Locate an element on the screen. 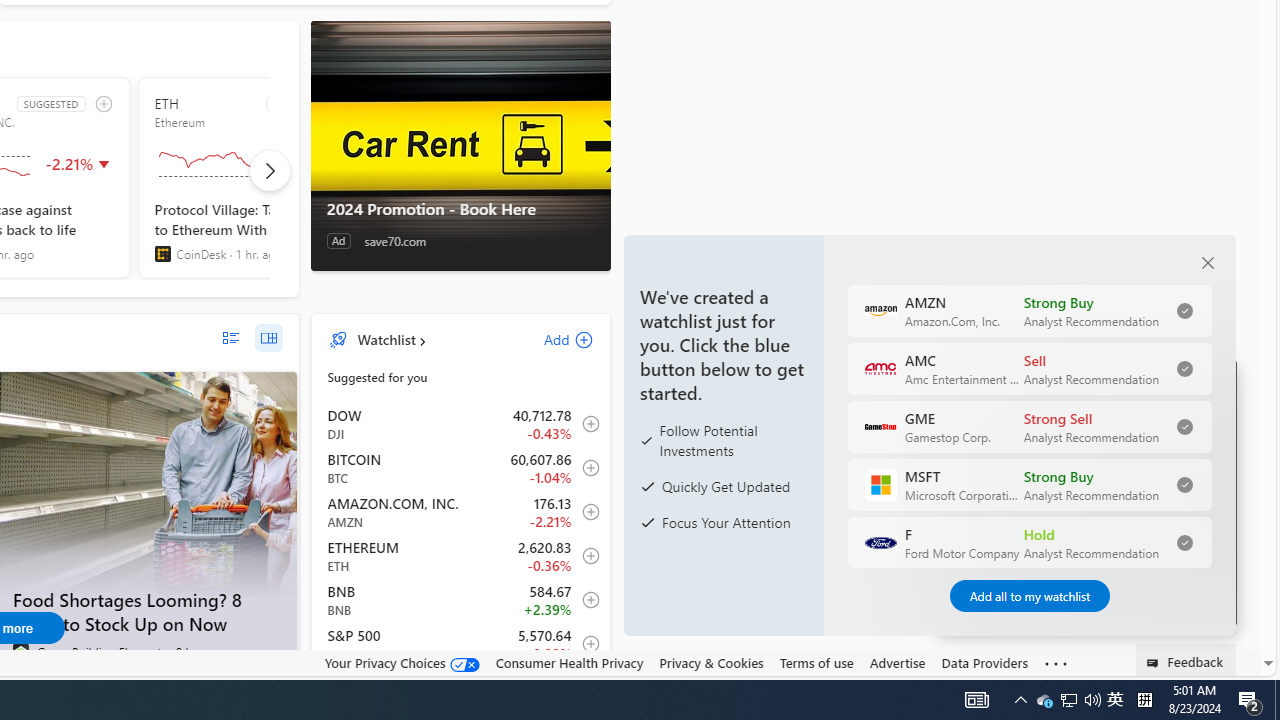 This screenshot has width=1280, height=720. 'Terms of use' is located at coordinates (816, 663).